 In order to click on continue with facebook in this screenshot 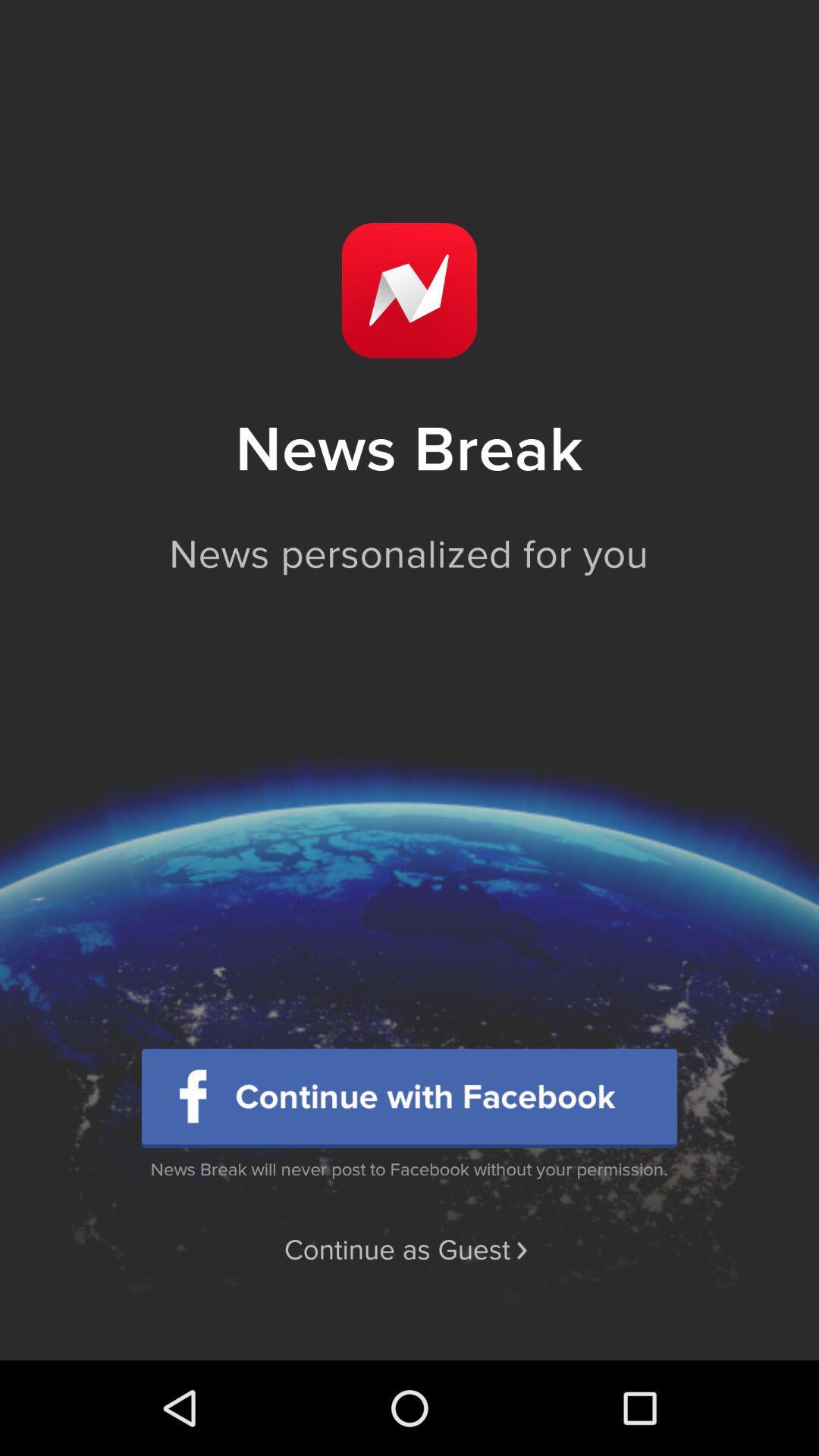, I will do `click(409, 1098)`.